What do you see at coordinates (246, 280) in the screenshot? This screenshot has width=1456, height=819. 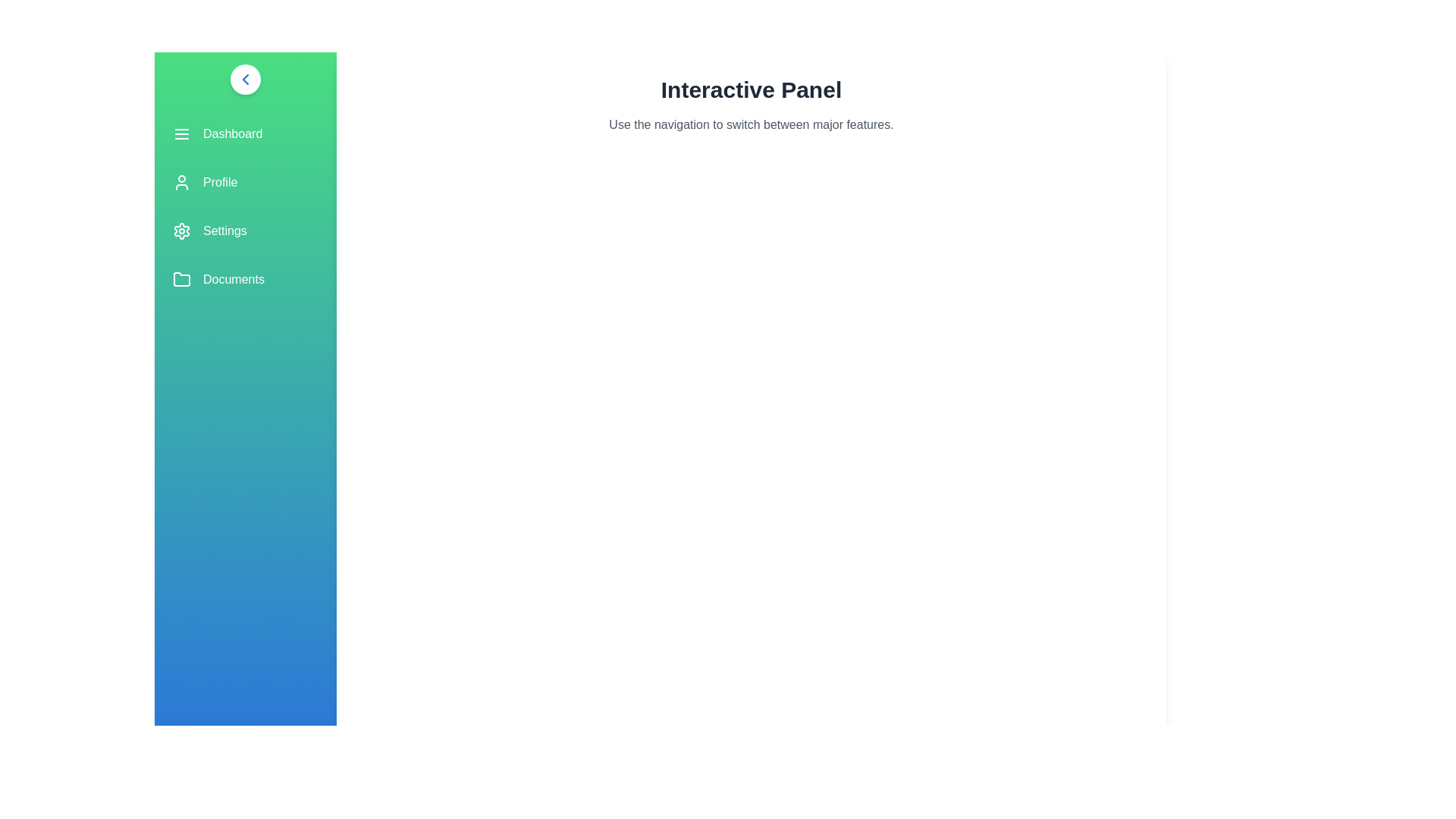 I see `the 'Documents' menu item in the navigation panel` at bounding box center [246, 280].